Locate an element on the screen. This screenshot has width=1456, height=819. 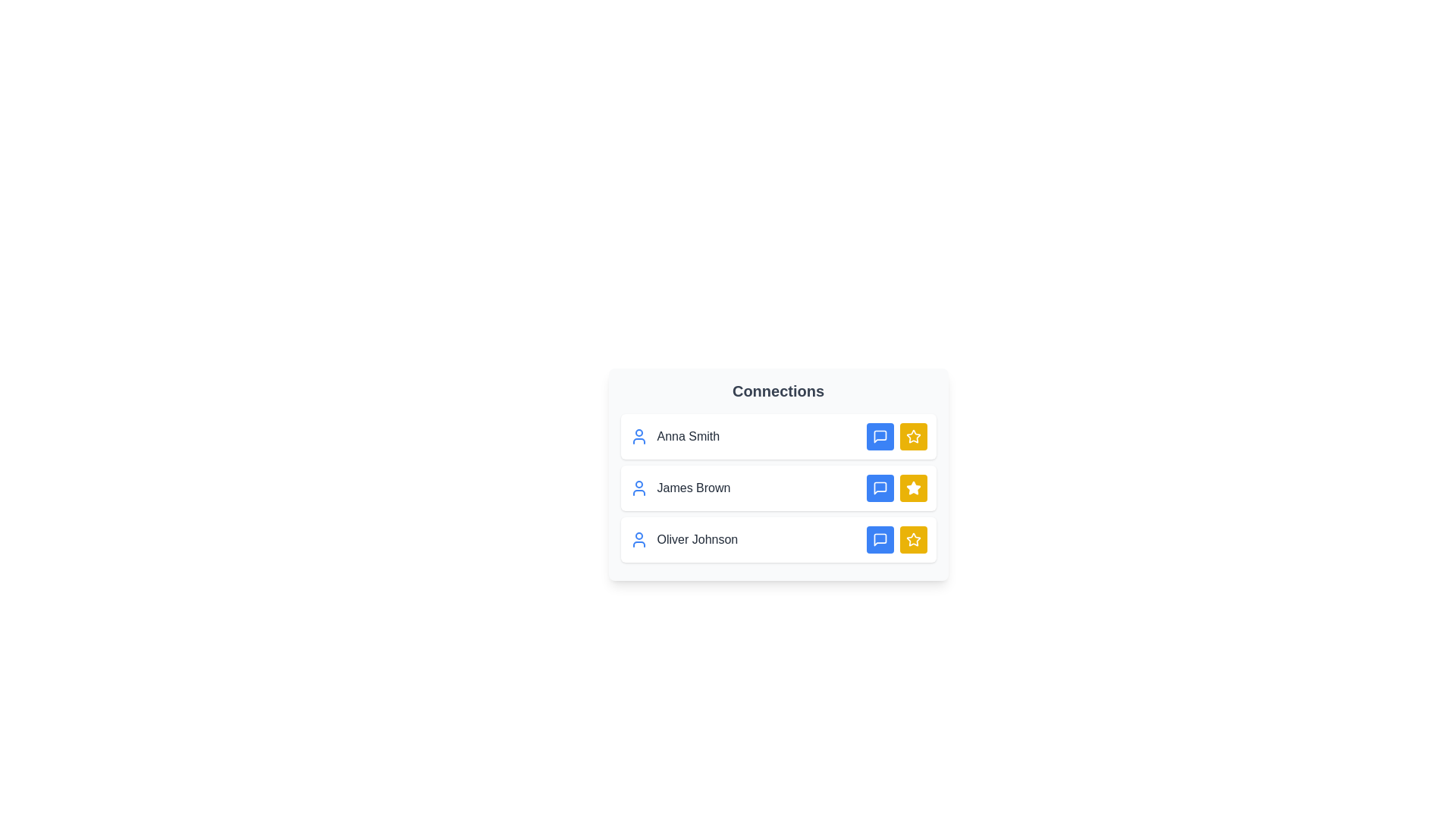
message button next to Anna Smith to initiate a message is located at coordinates (880, 436).